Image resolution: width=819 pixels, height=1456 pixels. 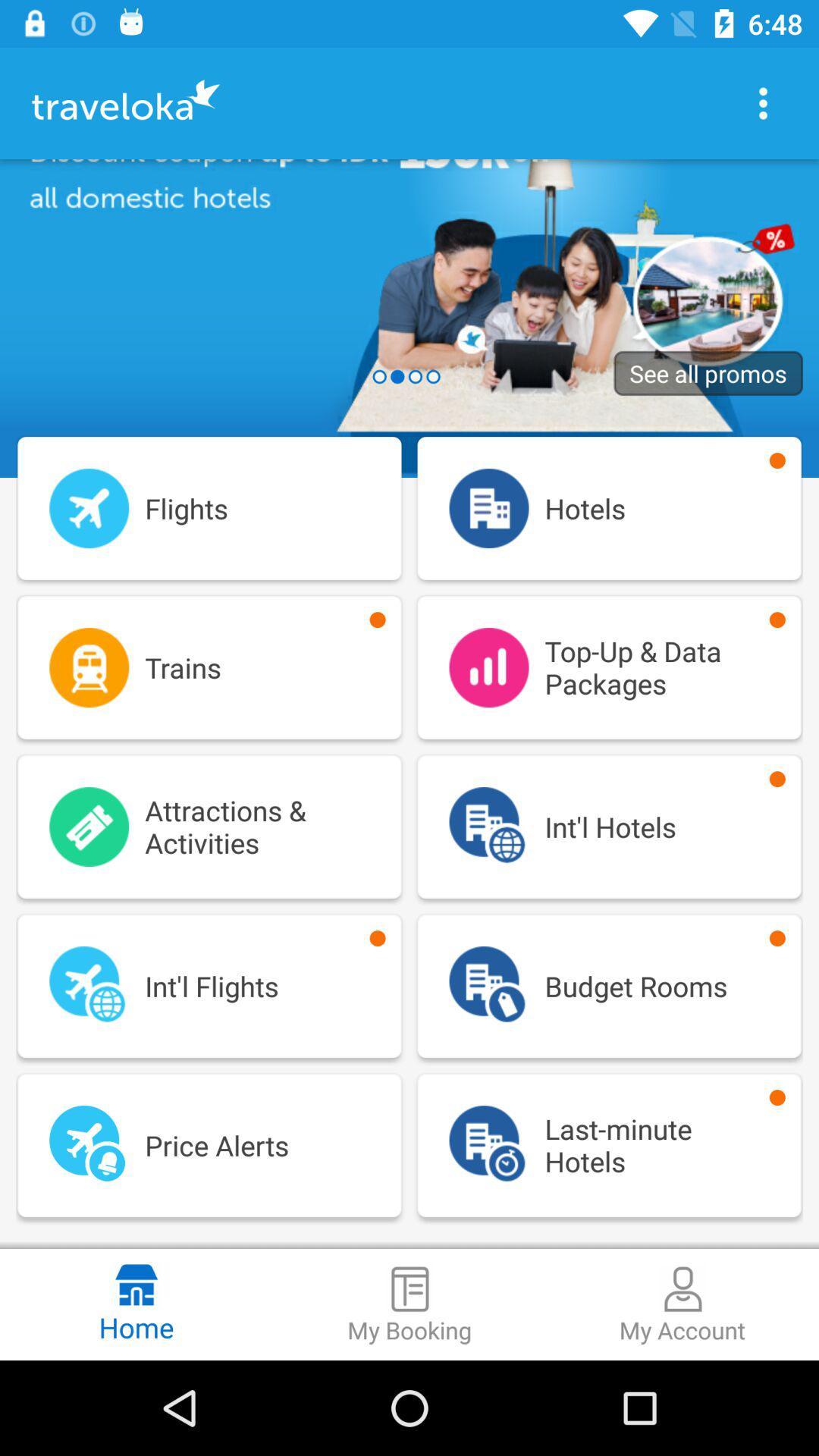 I want to click on options, so click(x=763, y=102).